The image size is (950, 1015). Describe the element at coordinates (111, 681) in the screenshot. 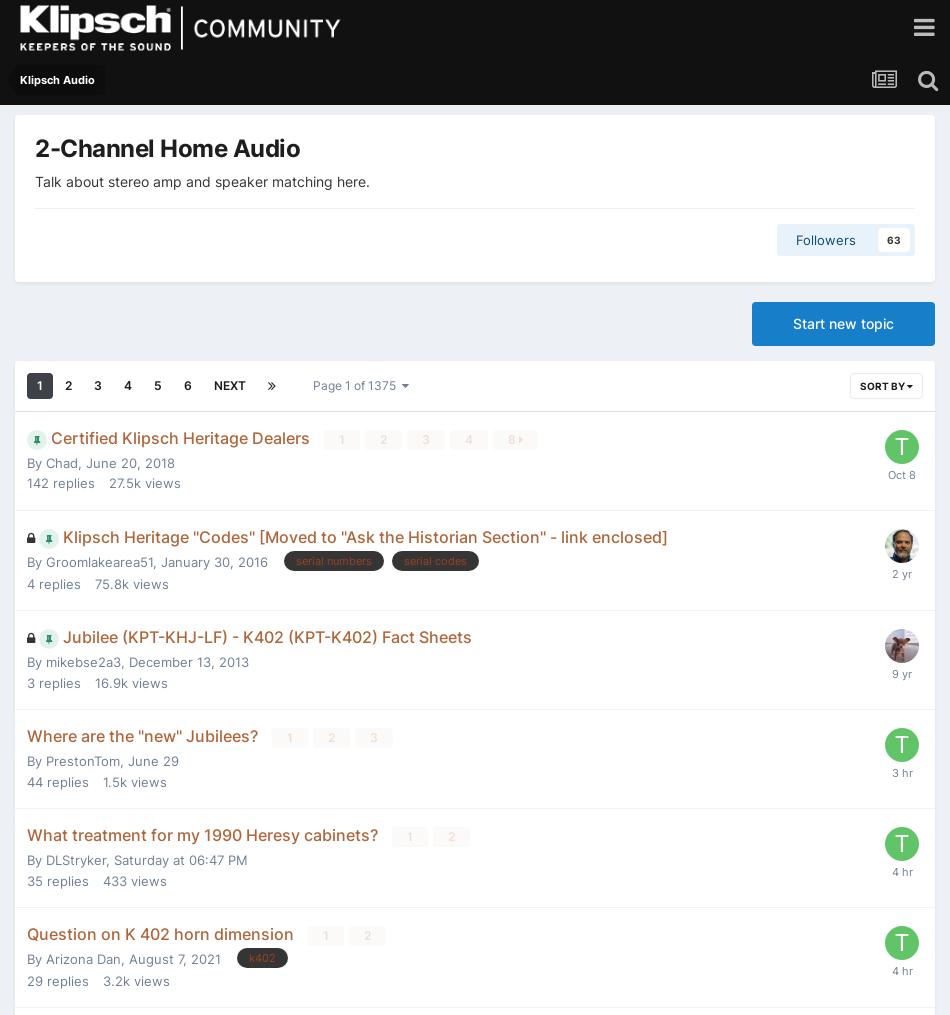

I see `'16.9k'` at that location.